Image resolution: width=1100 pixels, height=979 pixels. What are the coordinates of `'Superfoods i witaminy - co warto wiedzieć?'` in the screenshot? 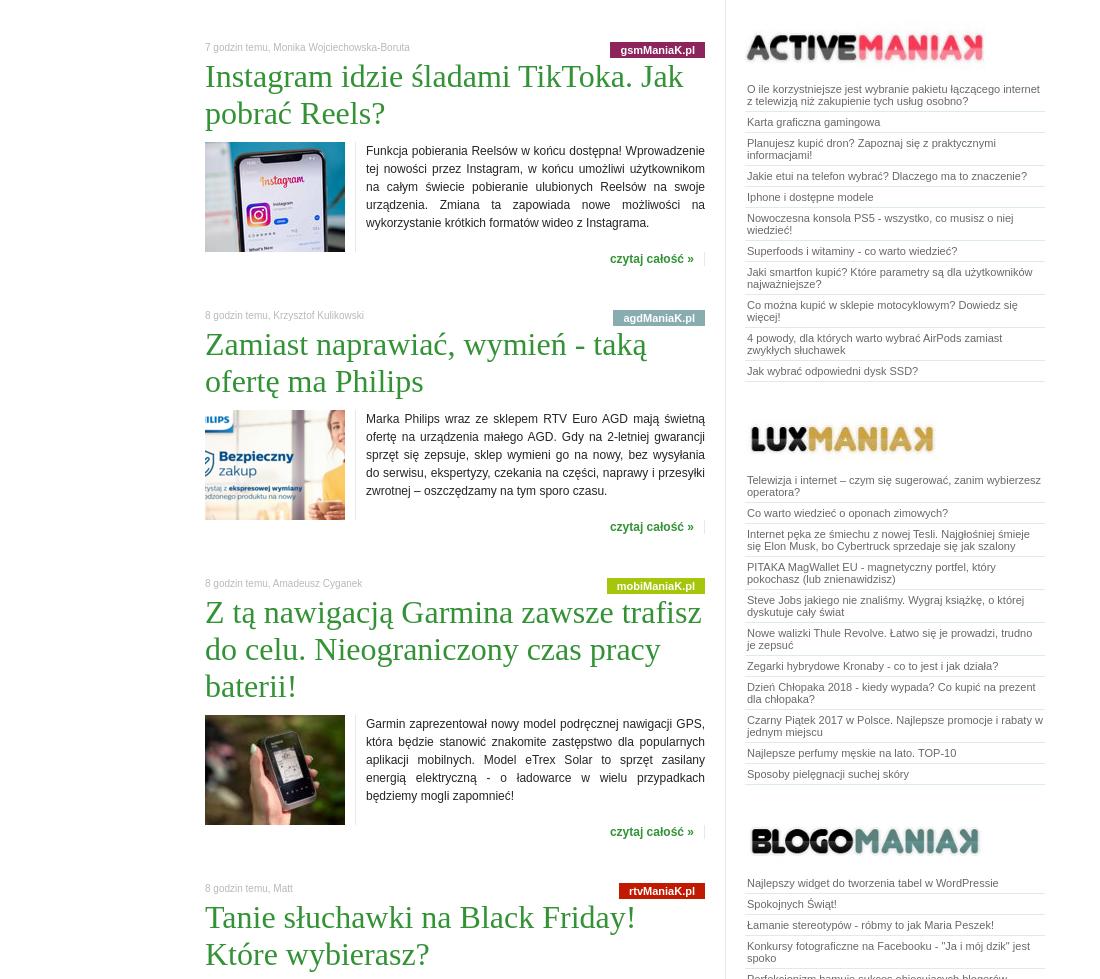 It's located at (850, 251).